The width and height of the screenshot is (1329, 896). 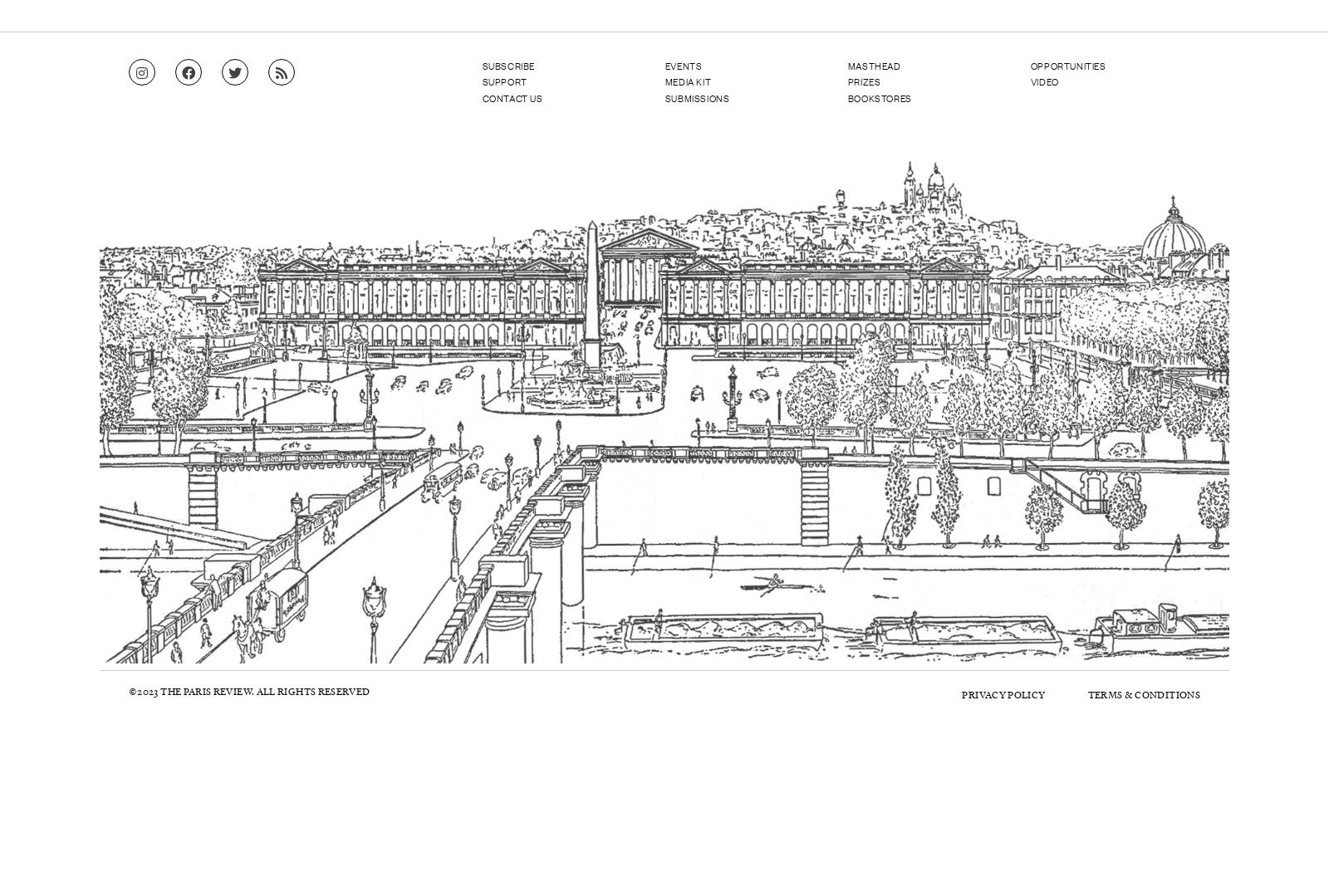 What do you see at coordinates (249, 691) in the screenshot?
I see `'©2023 The Paris Review. All rights reserved'` at bounding box center [249, 691].